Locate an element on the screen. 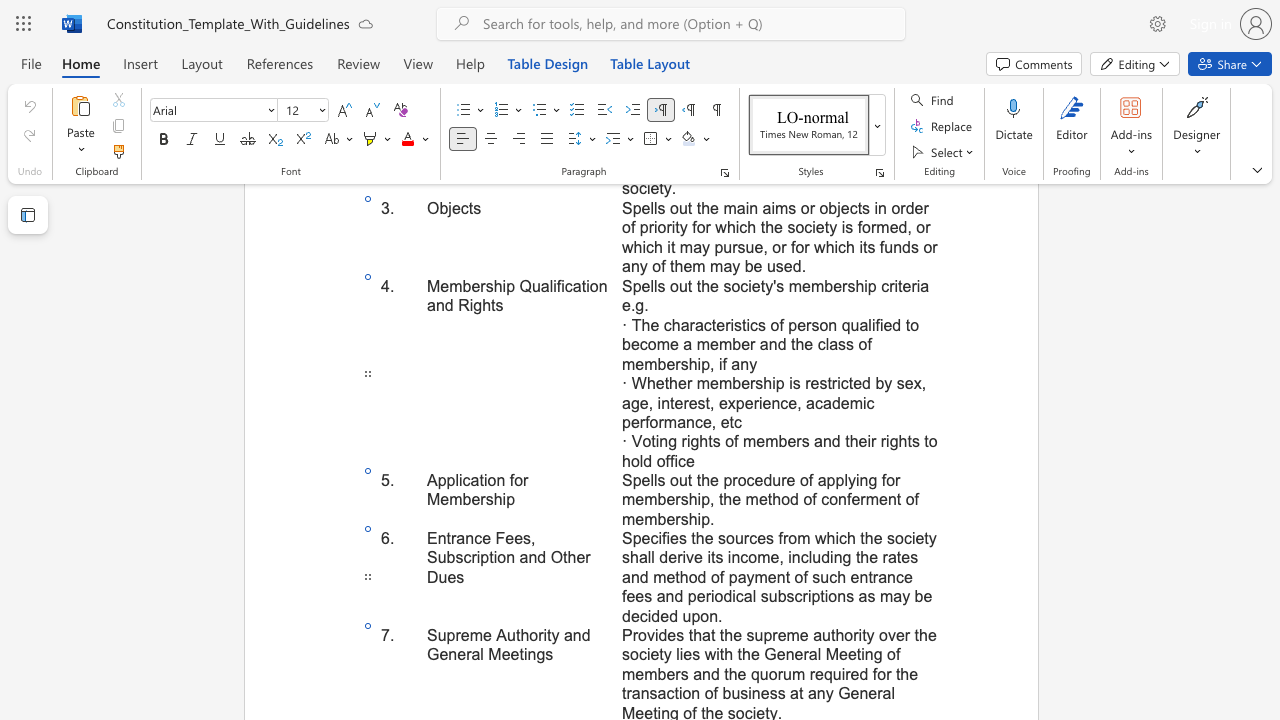 The width and height of the screenshot is (1280, 720). the 3th character "t" in the text is located at coordinates (847, 440).